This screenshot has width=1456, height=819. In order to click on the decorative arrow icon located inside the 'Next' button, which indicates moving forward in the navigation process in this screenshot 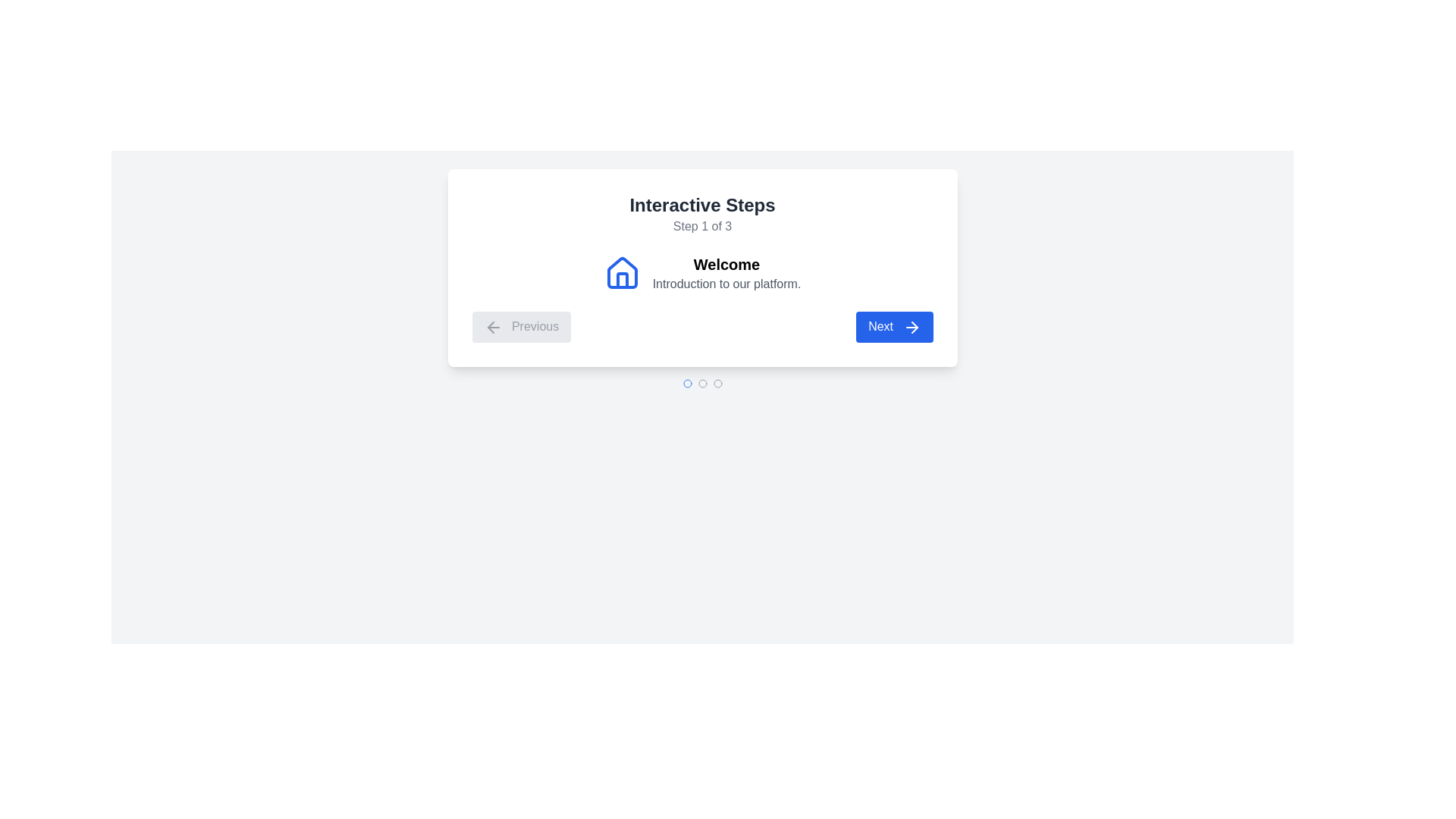, I will do `click(913, 326)`.